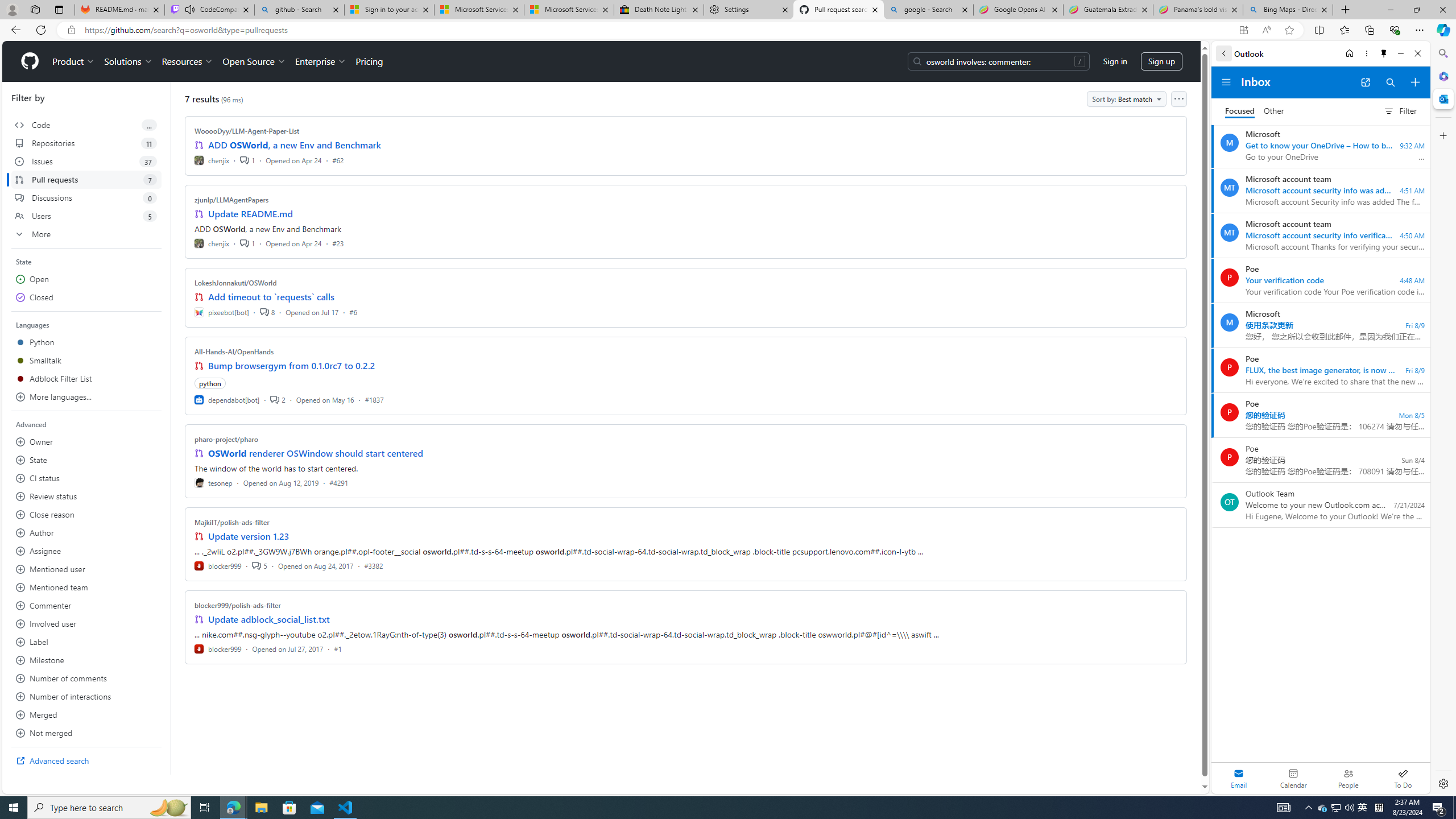 This screenshot has width=1456, height=819. What do you see at coordinates (247, 130) in the screenshot?
I see `'WooooDyy/LLM-Agent-Paper-List'` at bounding box center [247, 130].